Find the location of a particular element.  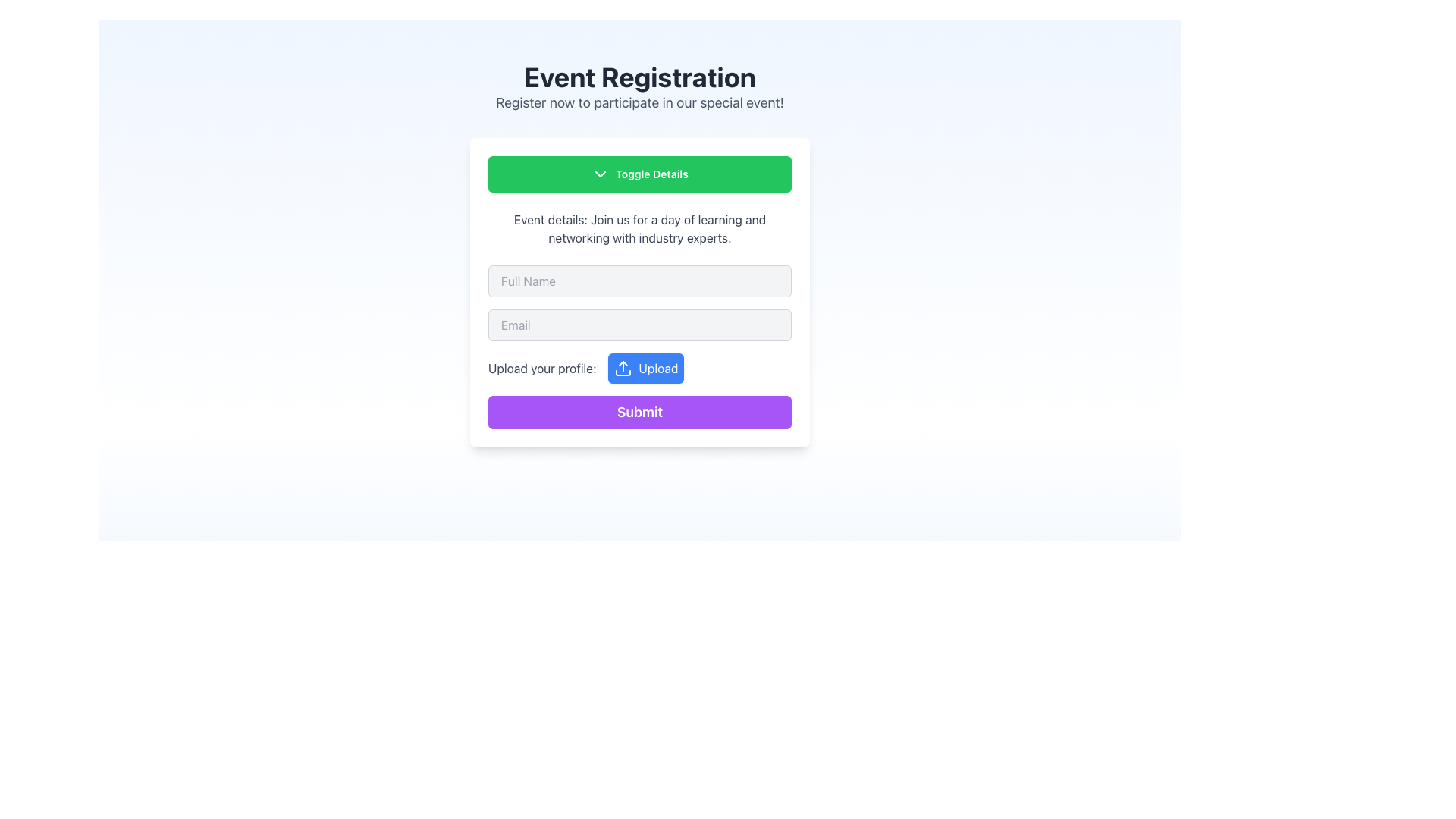

the decorative graphic component of the upload icon located within the 'Upload' button in the registration form is located at coordinates (623, 373).